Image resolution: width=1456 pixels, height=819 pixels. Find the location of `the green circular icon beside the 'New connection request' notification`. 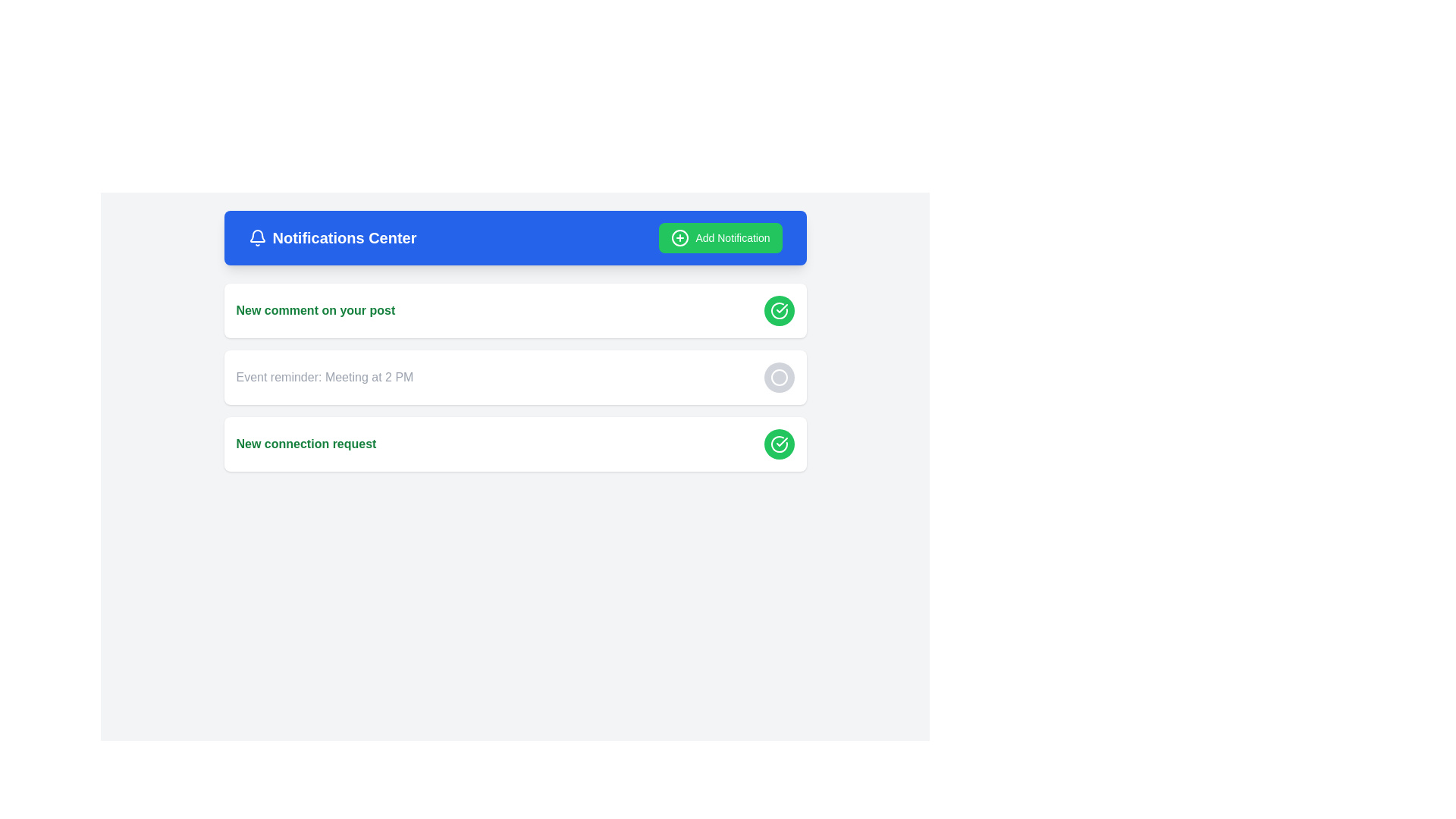

the green circular icon beside the 'New connection request' notification is located at coordinates (779, 444).